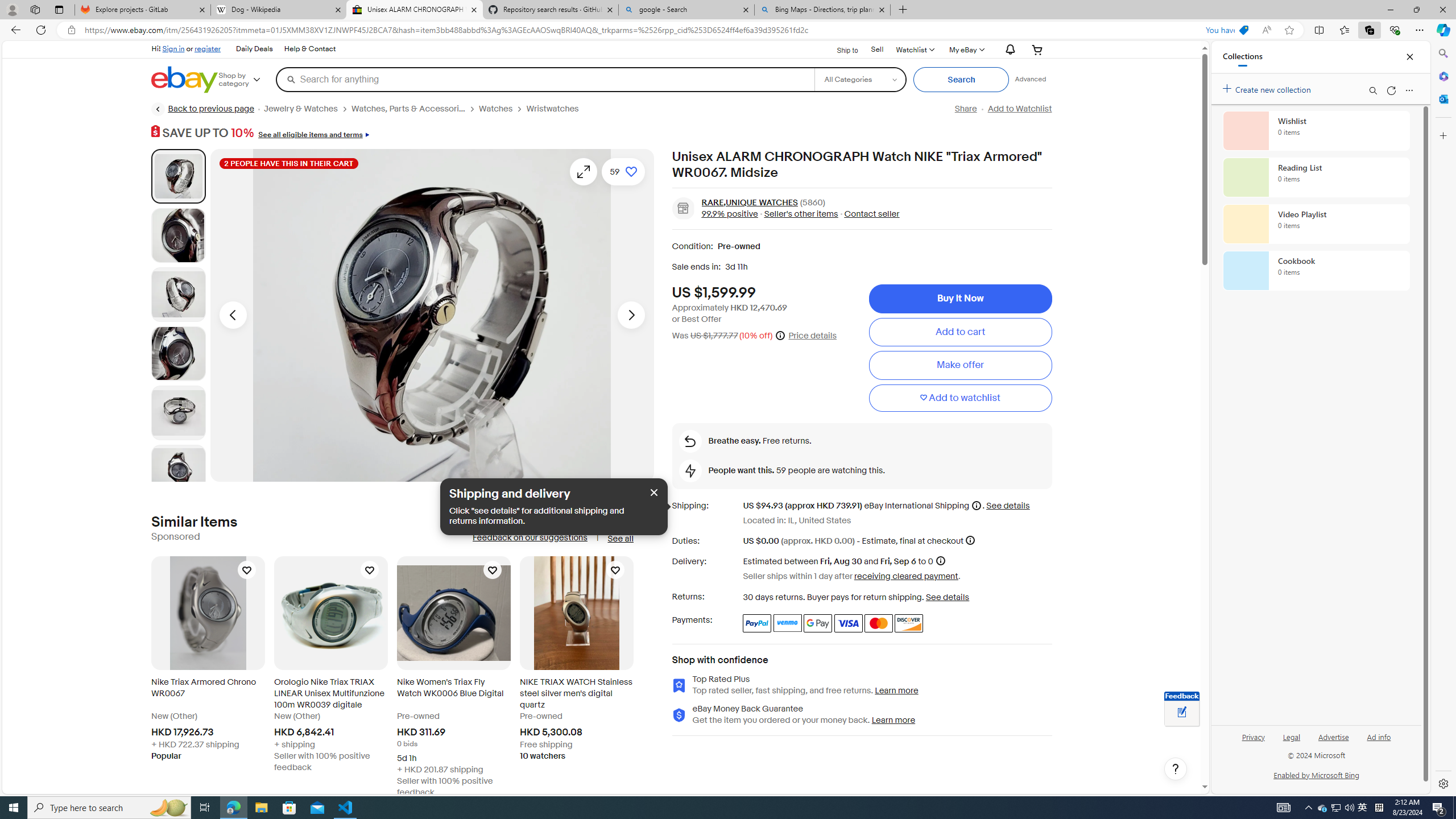  Describe the element at coordinates (959, 397) in the screenshot. I see `'Add to watchlist'` at that location.